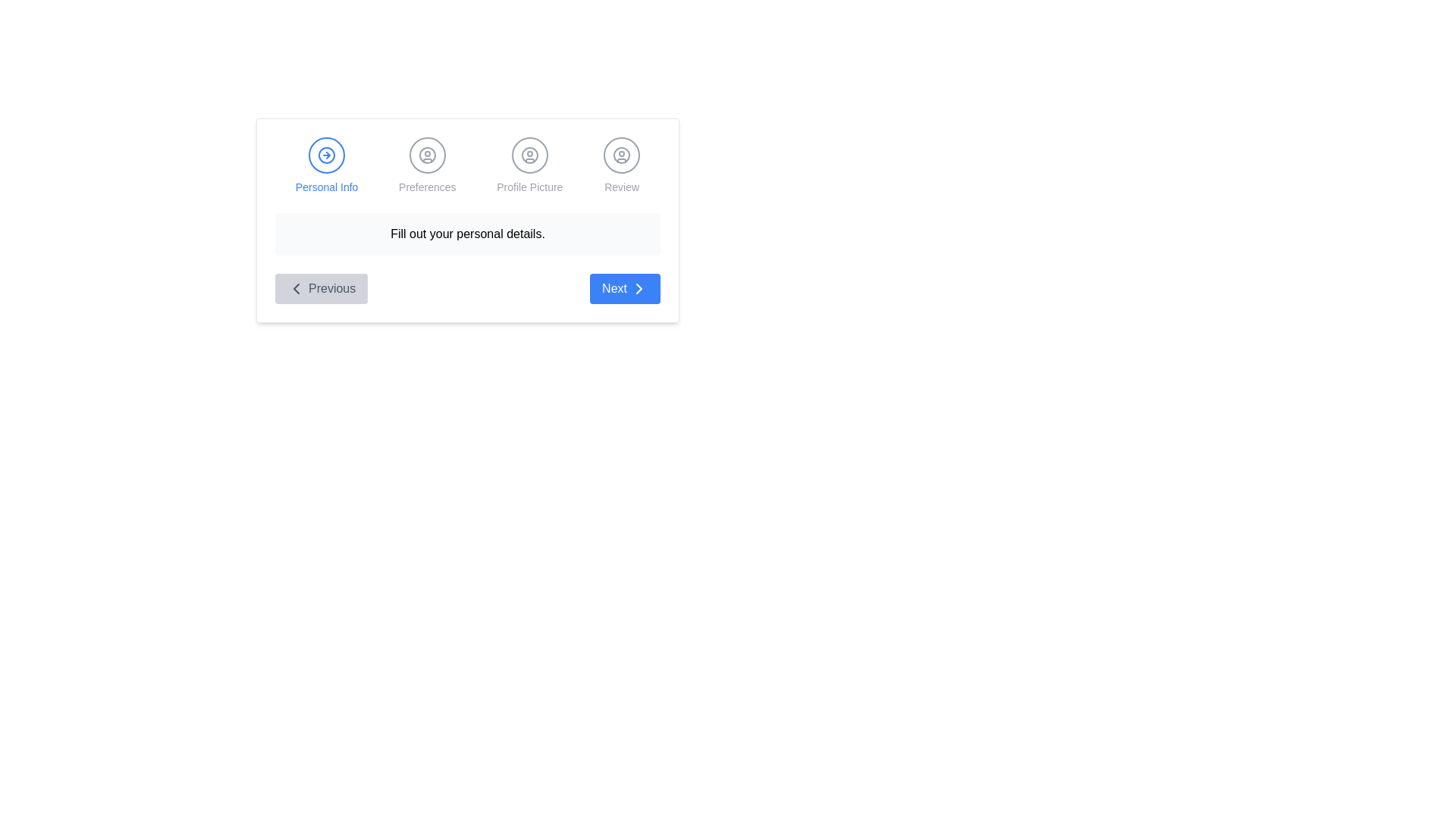 The width and height of the screenshot is (1456, 819). I want to click on the second circular button in the step indicator set, so click(426, 155).